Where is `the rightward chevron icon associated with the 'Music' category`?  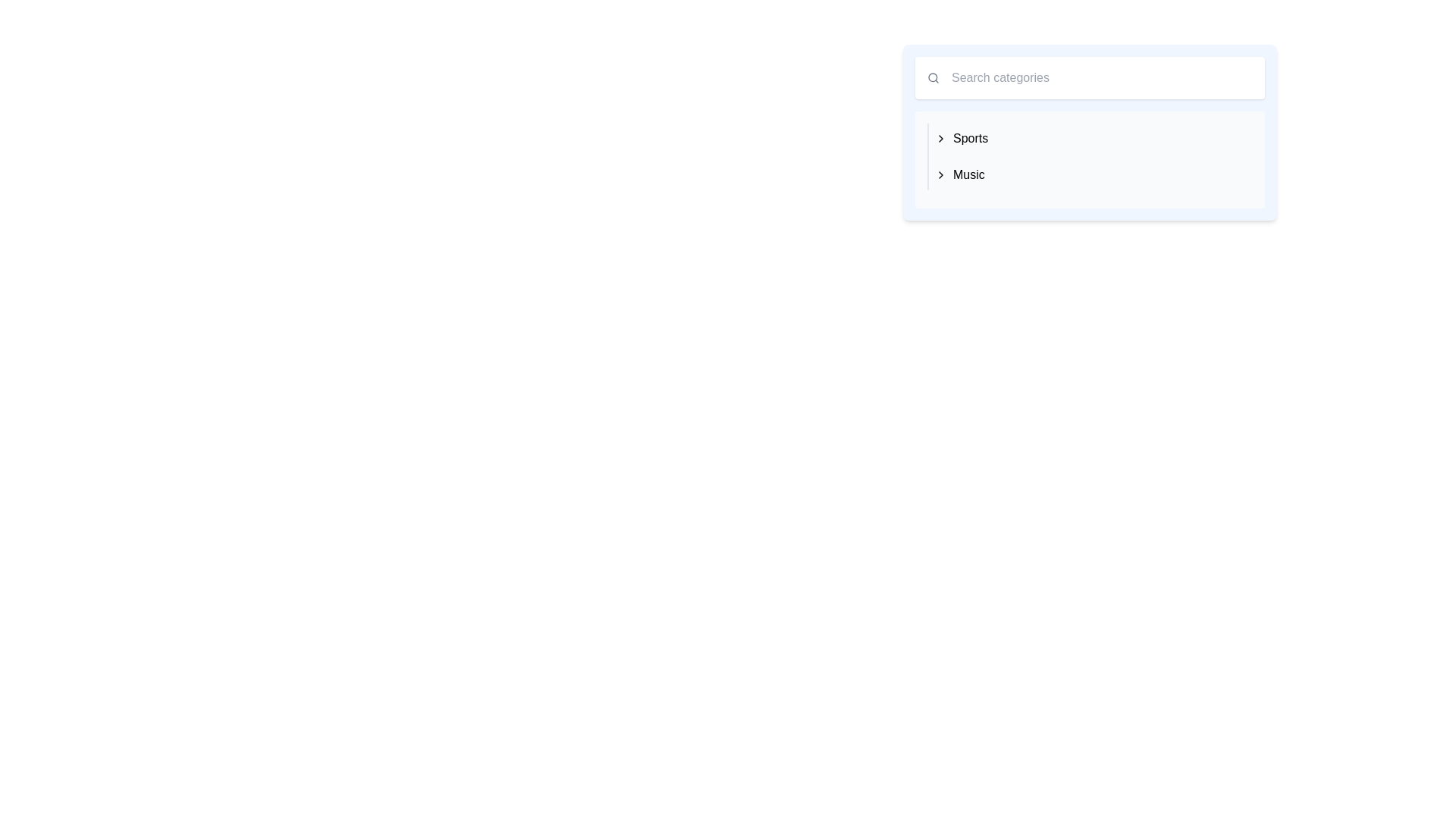 the rightward chevron icon associated with the 'Music' category is located at coordinates (940, 174).